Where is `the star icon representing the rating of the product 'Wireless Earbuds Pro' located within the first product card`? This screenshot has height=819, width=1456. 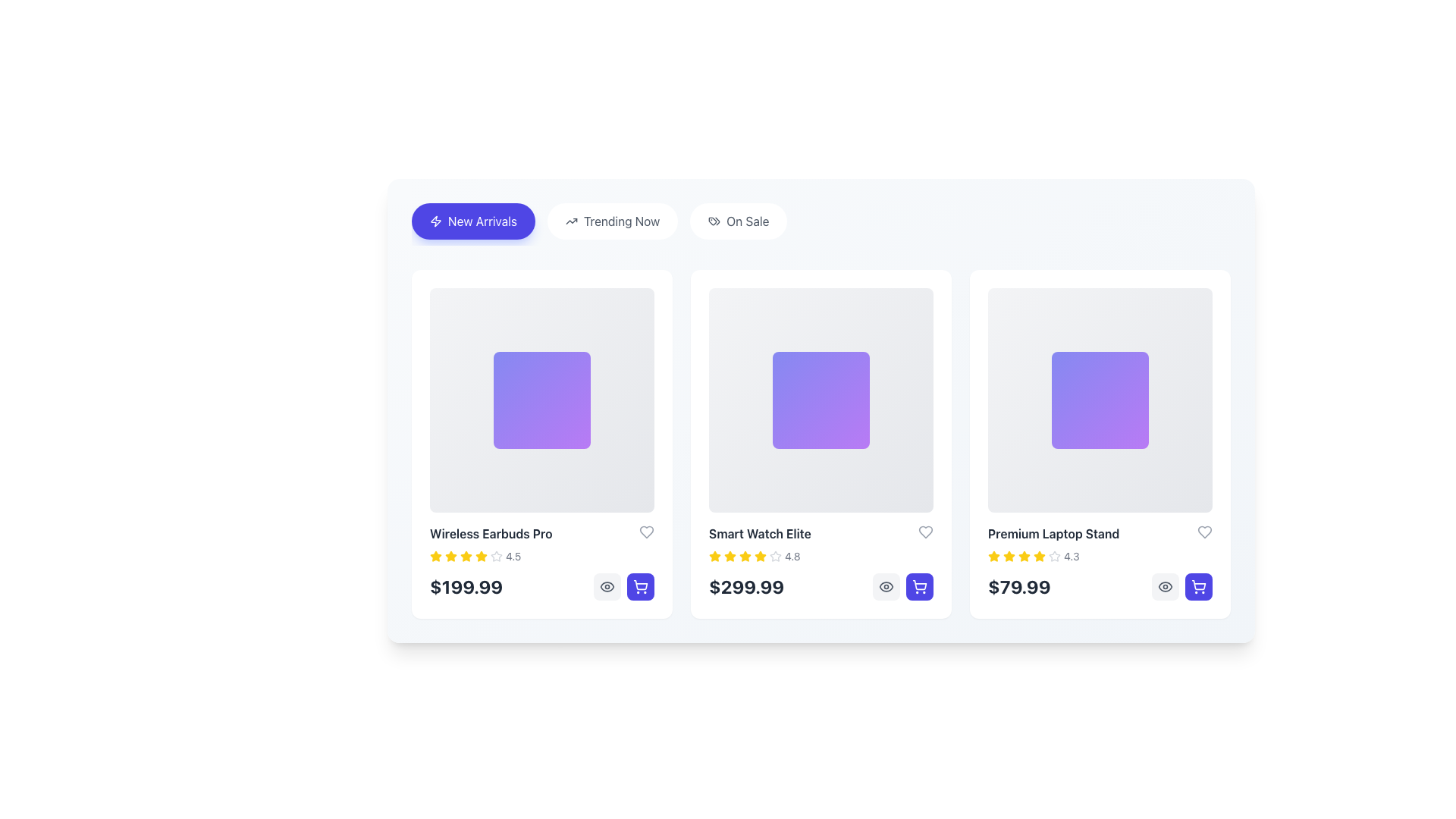 the star icon representing the rating of the product 'Wireless Earbuds Pro' located within the first product card is located at coordinates (435, 556).